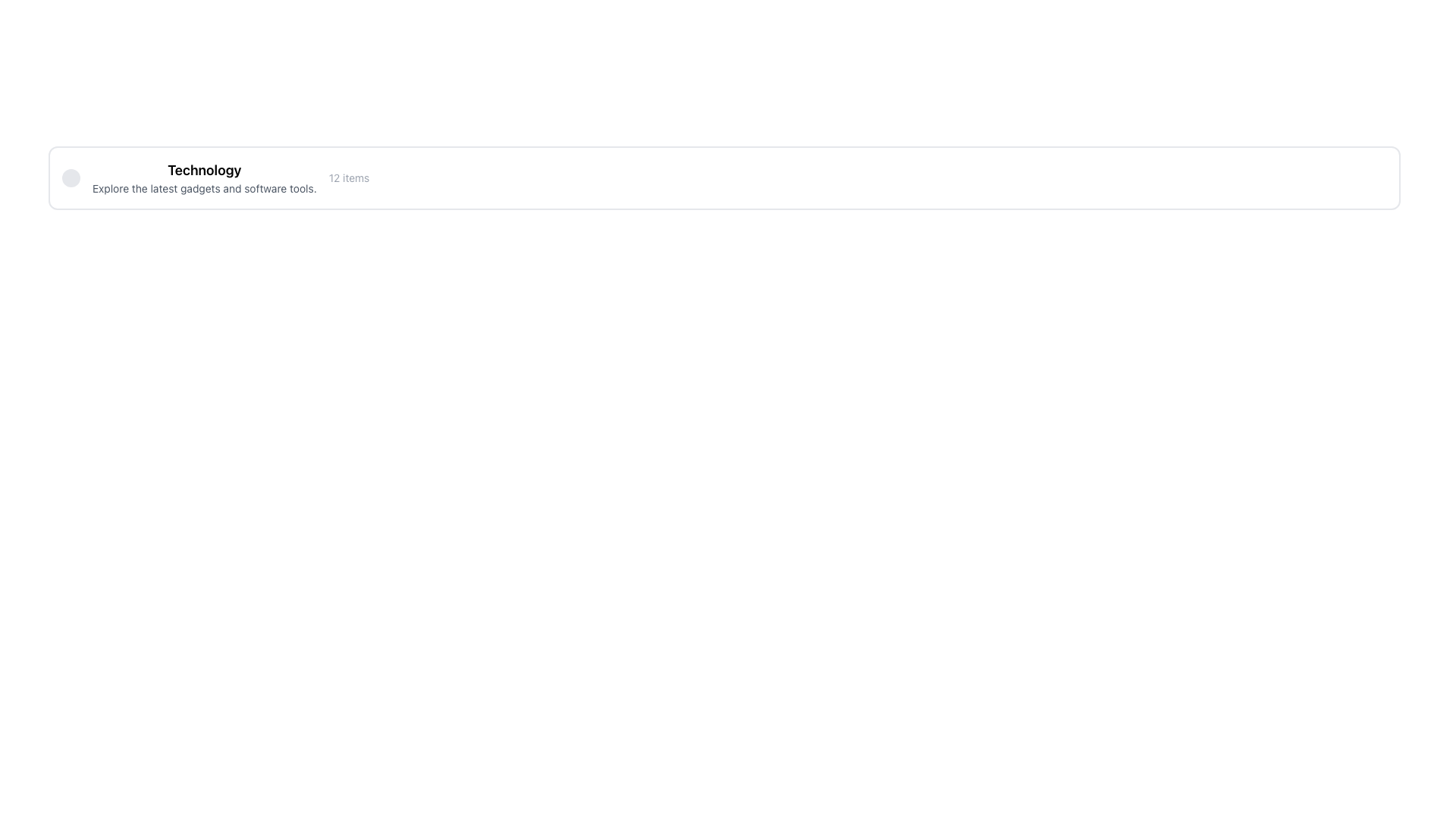 The image size is (1456, 819). Describe the element at coordinates (723, 177) in the screenshot. I see `the 'Technology' card` at that location.